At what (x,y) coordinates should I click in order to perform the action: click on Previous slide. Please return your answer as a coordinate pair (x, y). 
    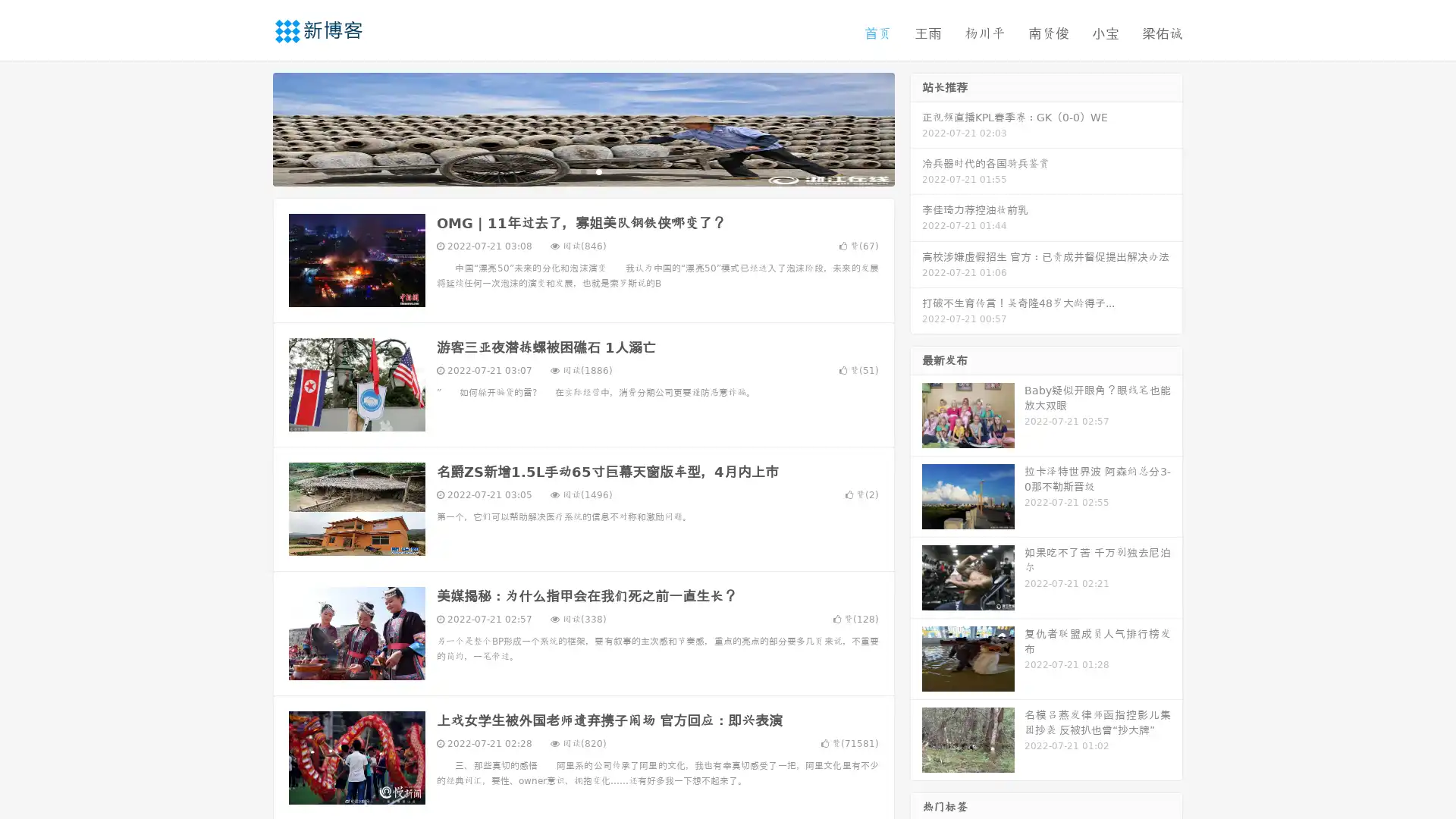
    Looking at the image, I should click on (250, 127).